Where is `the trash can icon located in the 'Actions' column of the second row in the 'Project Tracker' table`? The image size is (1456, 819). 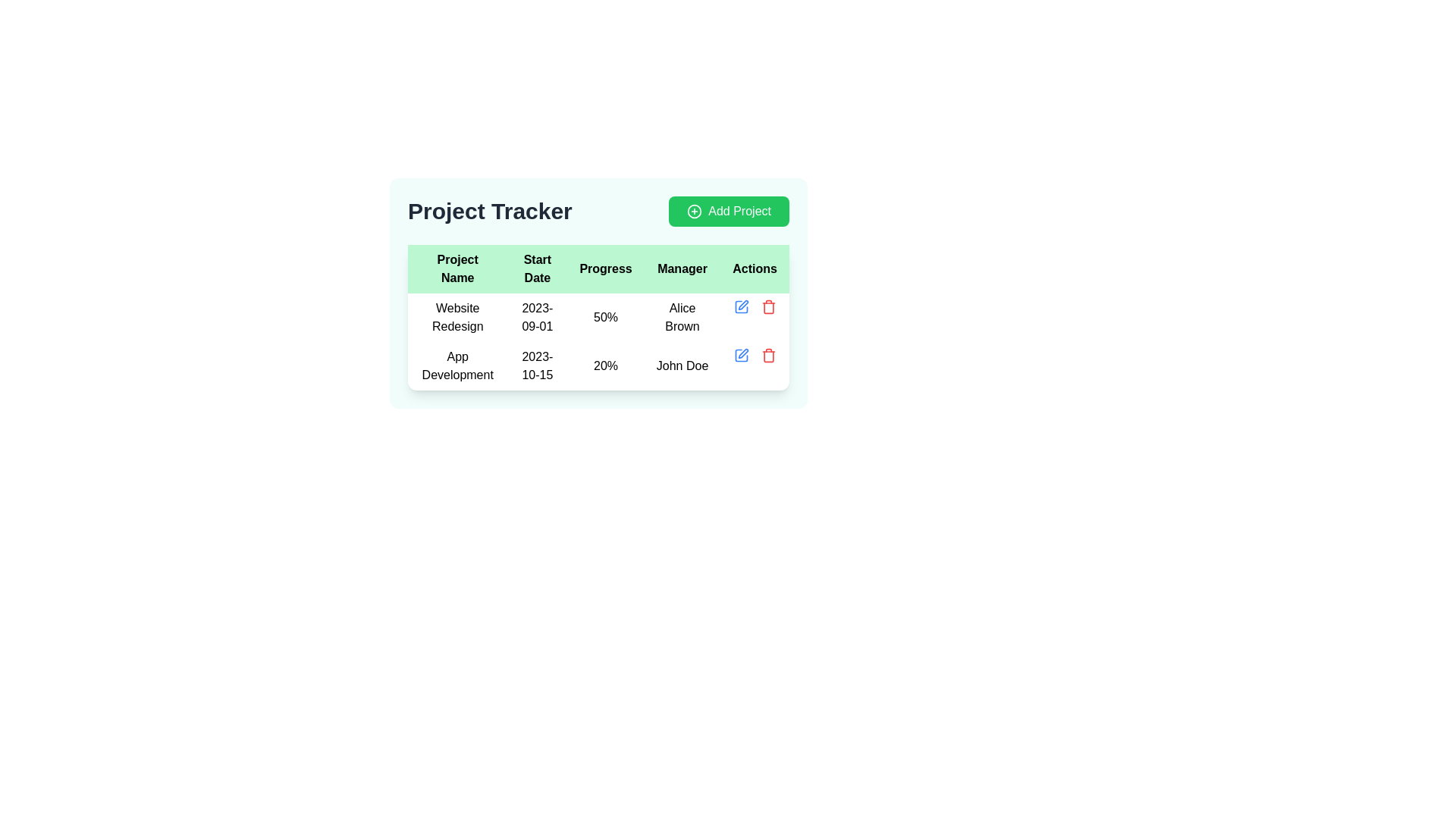 the trash can icon located in the 'Actions' column of the second row in the 'Project Tracker' table is located at coordinates (768, 307).